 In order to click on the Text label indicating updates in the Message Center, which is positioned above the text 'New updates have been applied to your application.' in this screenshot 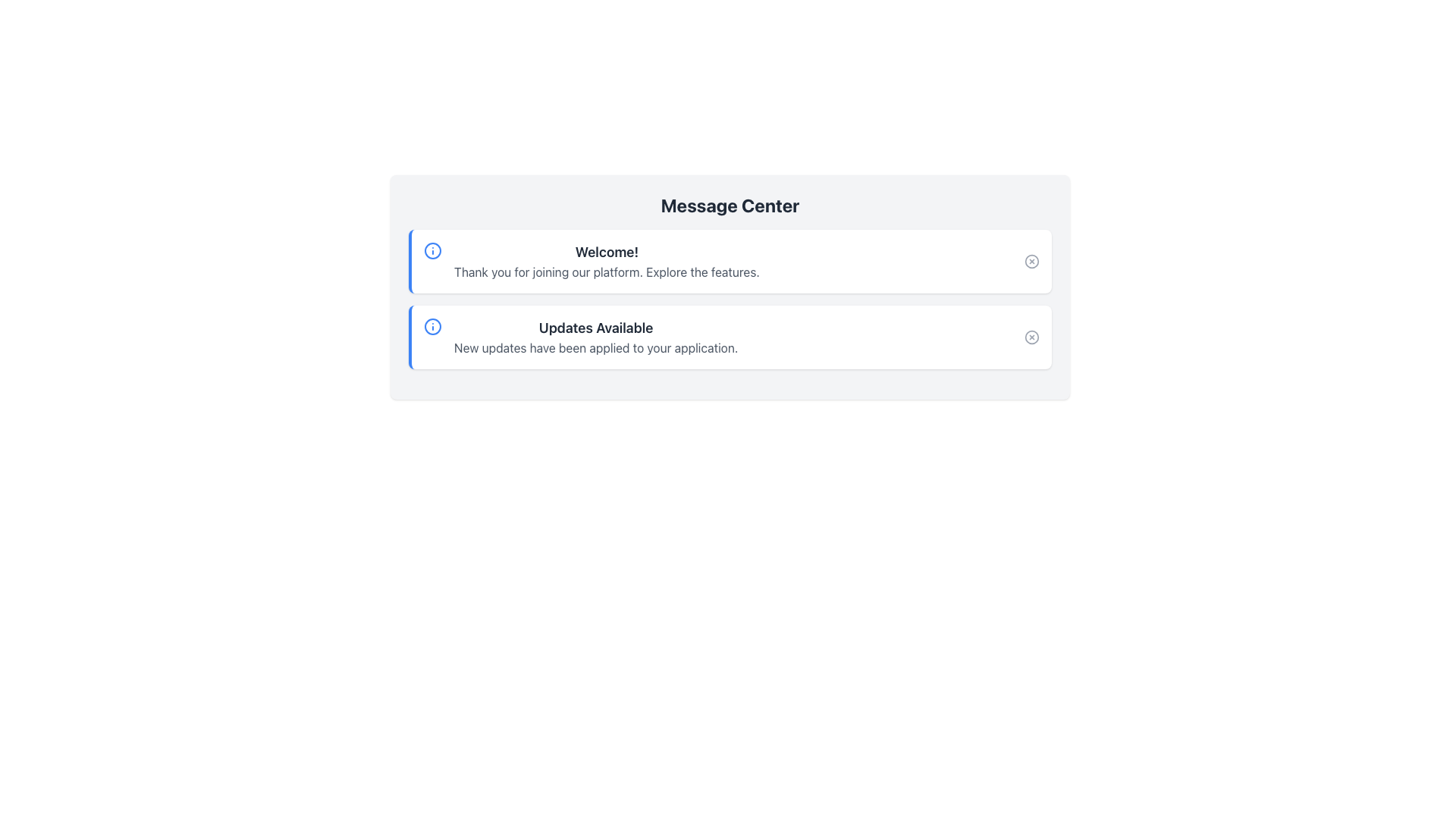, I will do `click(595, 327)`.